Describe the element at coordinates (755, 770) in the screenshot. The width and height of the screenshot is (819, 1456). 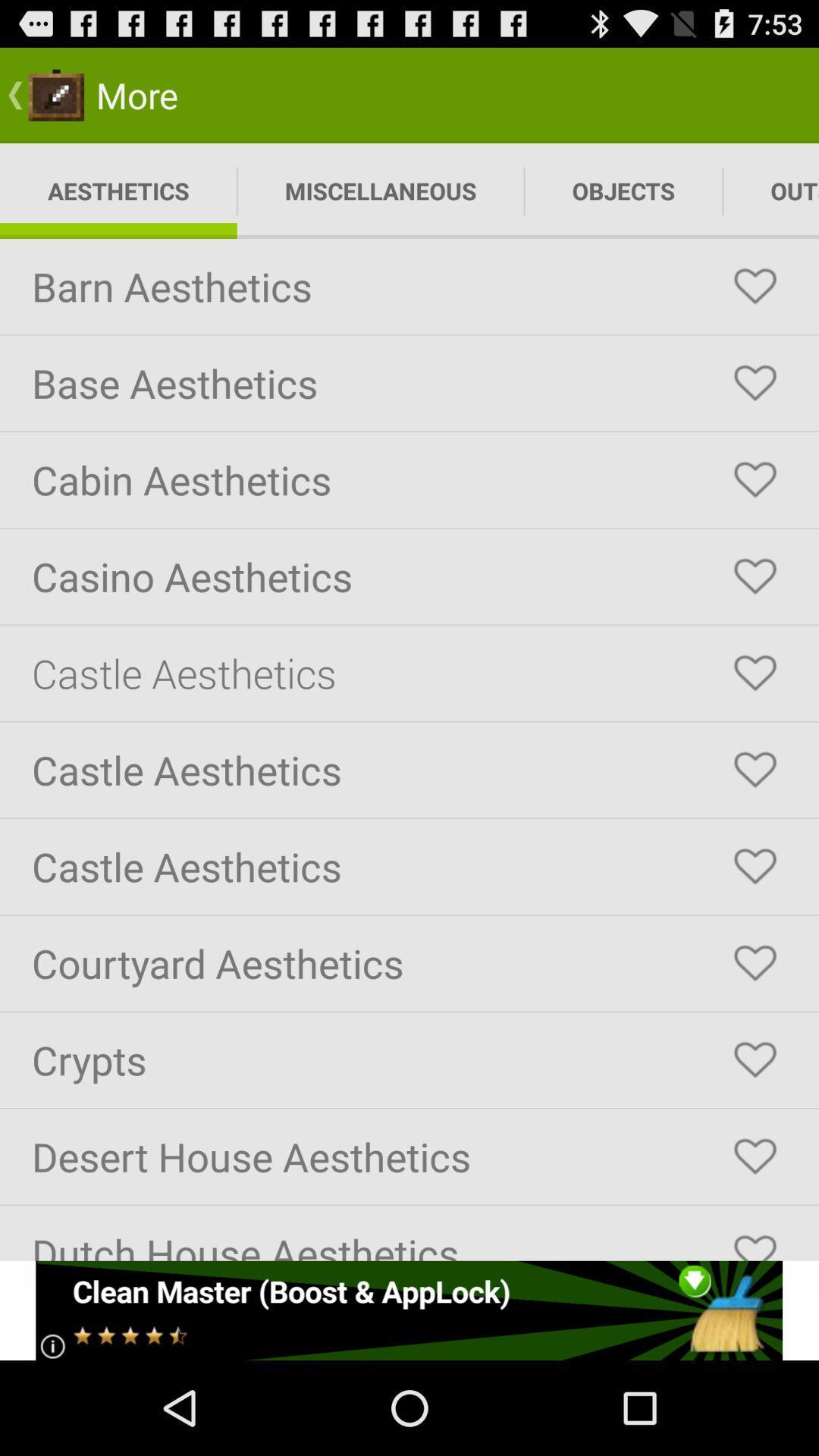
I see `castle aesthetics` at that location.